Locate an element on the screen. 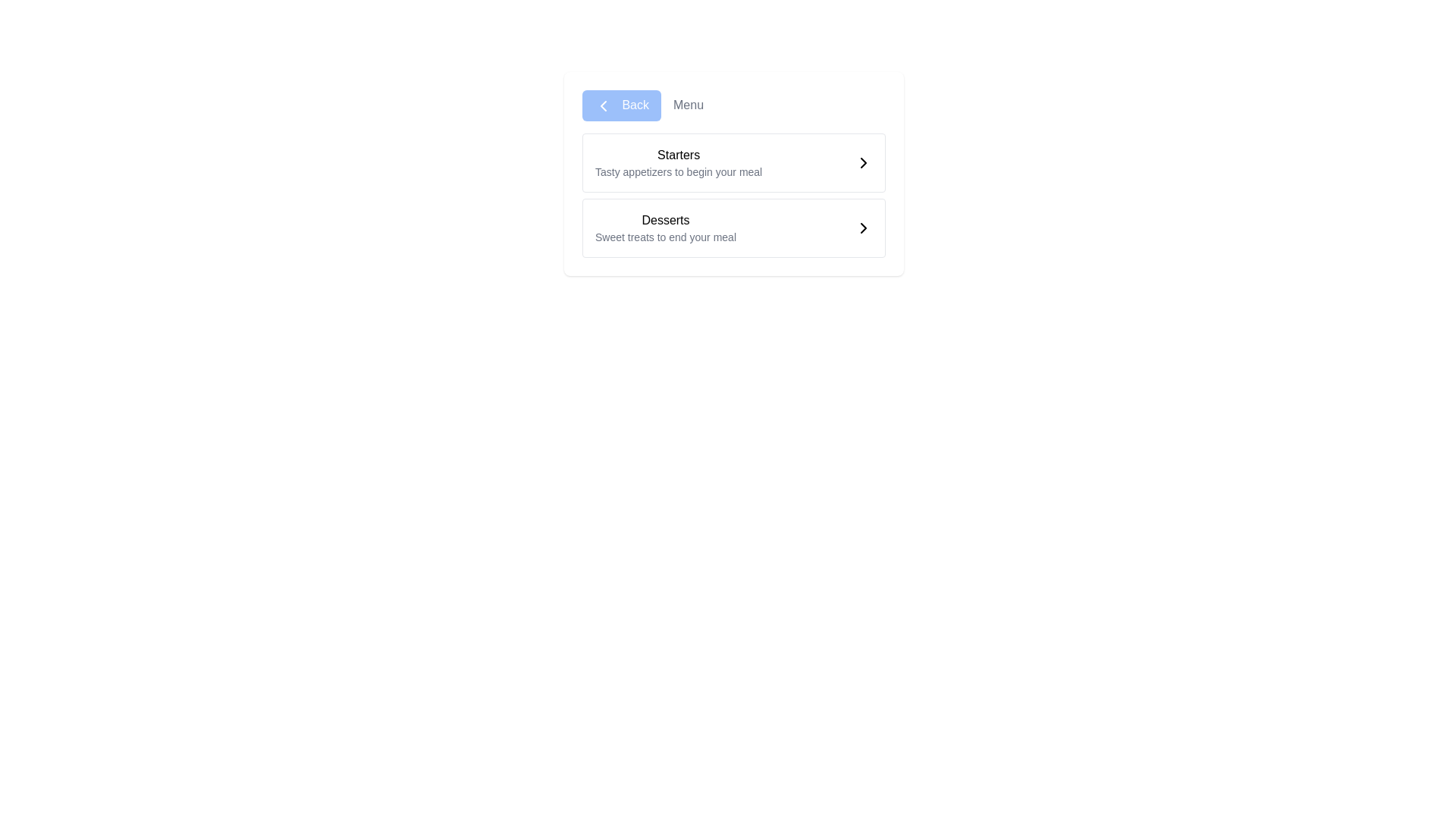 The width and height of the screenshot is (1456, 819). the text label reading 'Desserts', which is styled with a medium-weight font and located above the descriptive text 'Sweet treats to end your meal' is located at coordinates (666, 219).